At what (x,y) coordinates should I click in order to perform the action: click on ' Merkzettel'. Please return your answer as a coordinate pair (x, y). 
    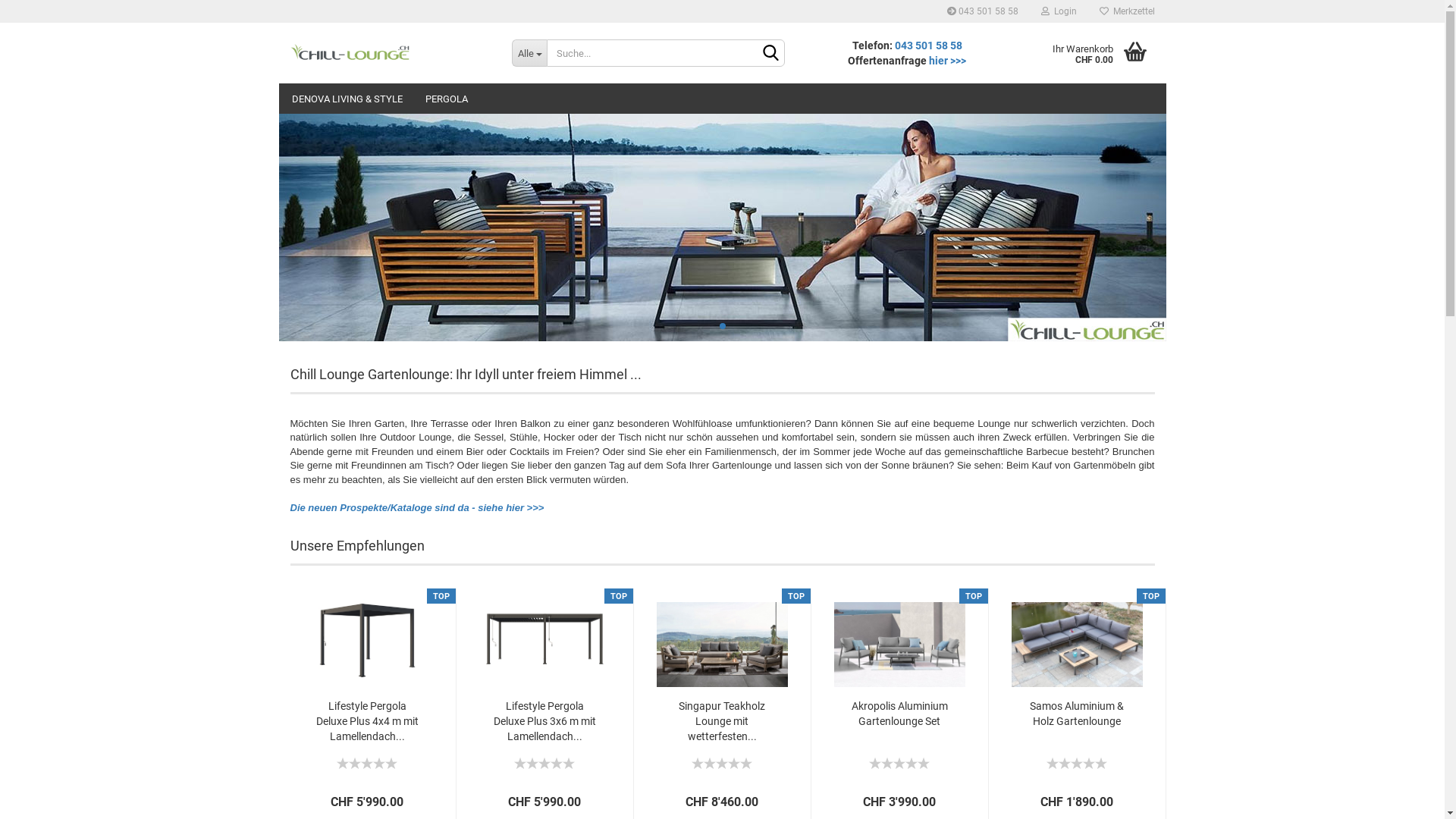
    Looking at the image, I should click on (1087, 11).